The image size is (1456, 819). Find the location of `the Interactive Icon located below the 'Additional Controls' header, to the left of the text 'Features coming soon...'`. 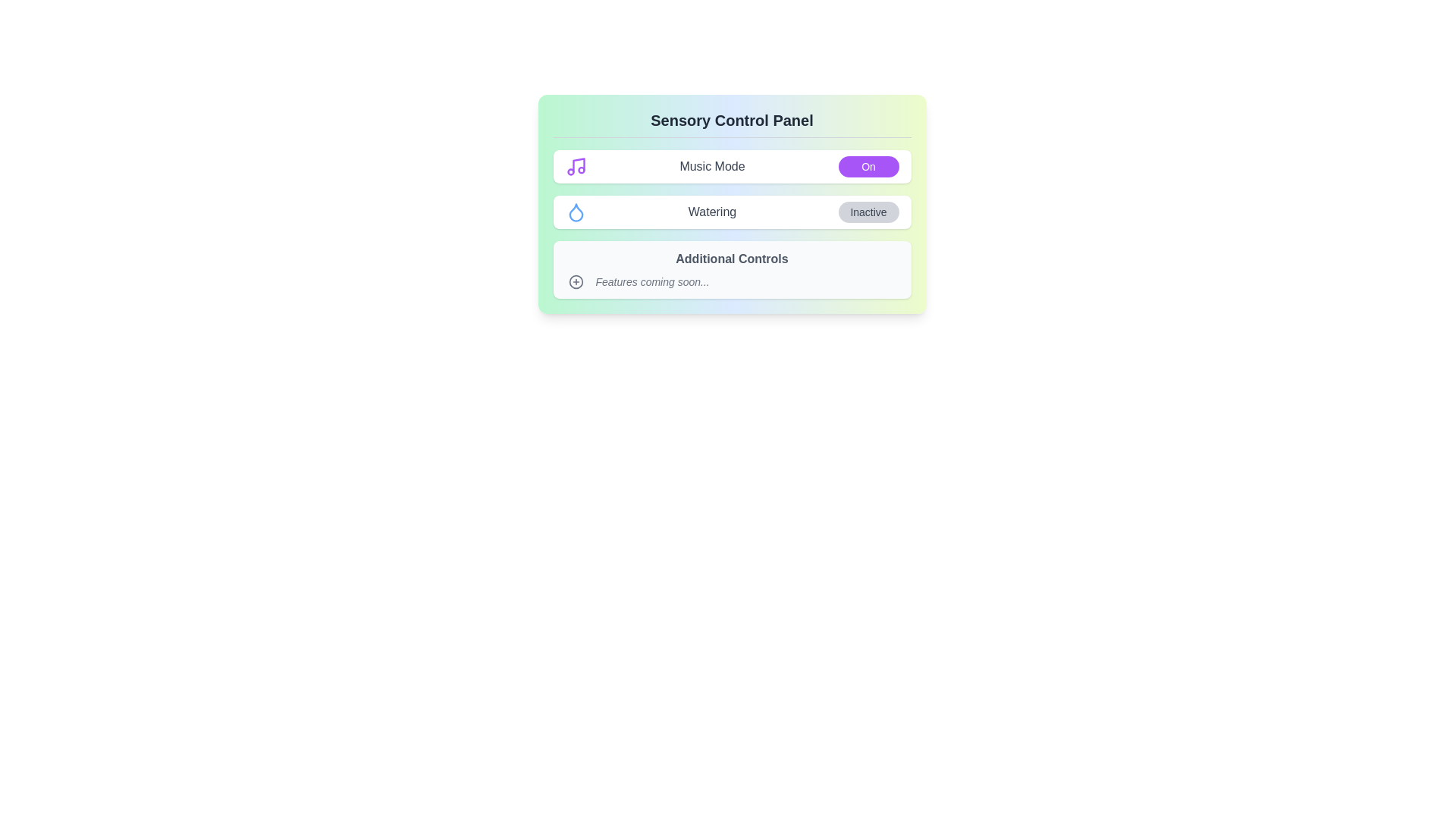

the Interactive Icon located below the 'Additional Controls' header, to the left of the text 'Features coming soon...' is located at coordinates (575, 281).